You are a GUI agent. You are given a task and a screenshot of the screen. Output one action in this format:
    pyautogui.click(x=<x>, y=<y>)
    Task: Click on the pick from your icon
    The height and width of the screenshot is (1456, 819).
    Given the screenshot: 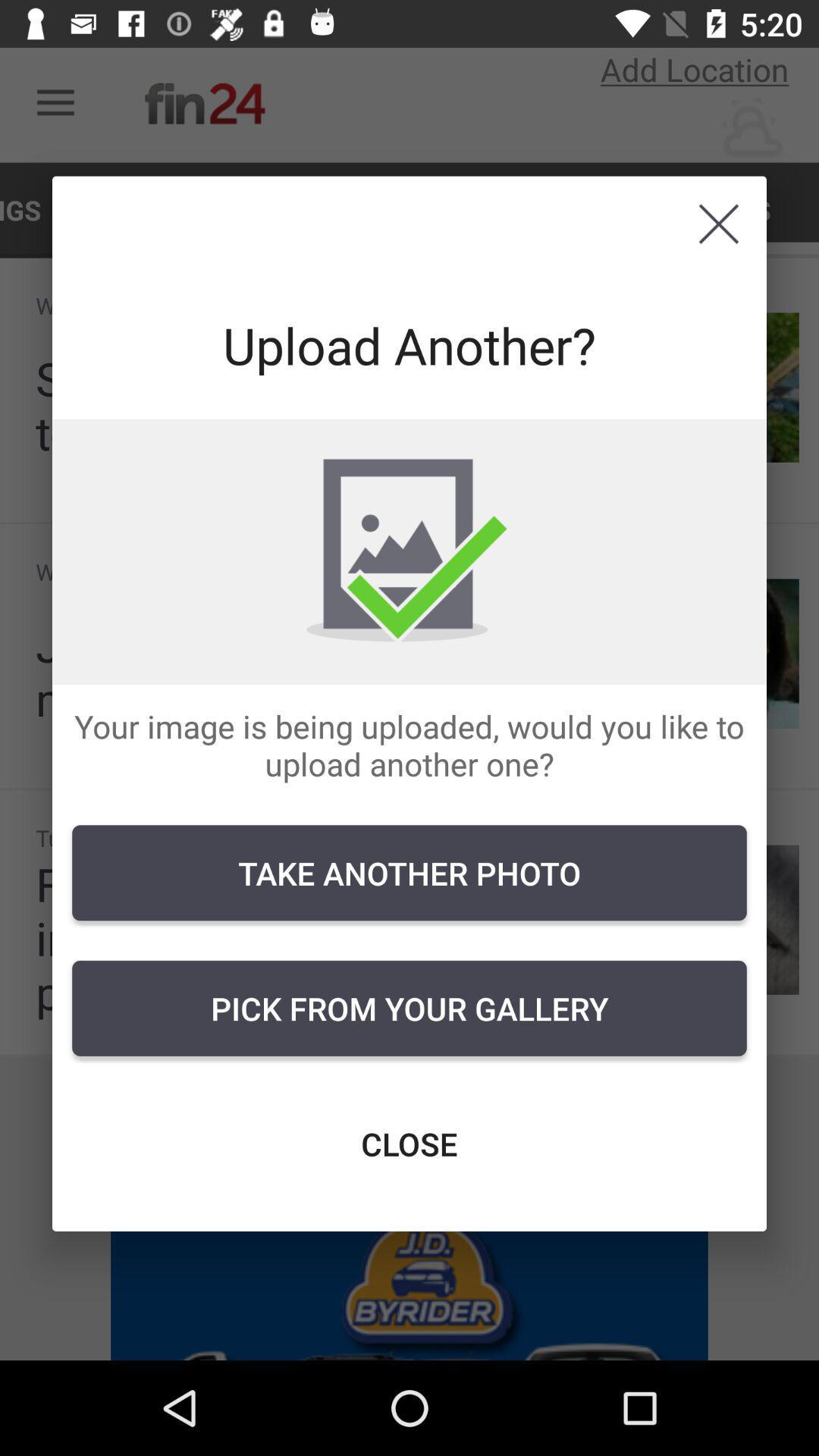 What is the action you would take?
    pyautogui.click(x=409, y=1008)
    